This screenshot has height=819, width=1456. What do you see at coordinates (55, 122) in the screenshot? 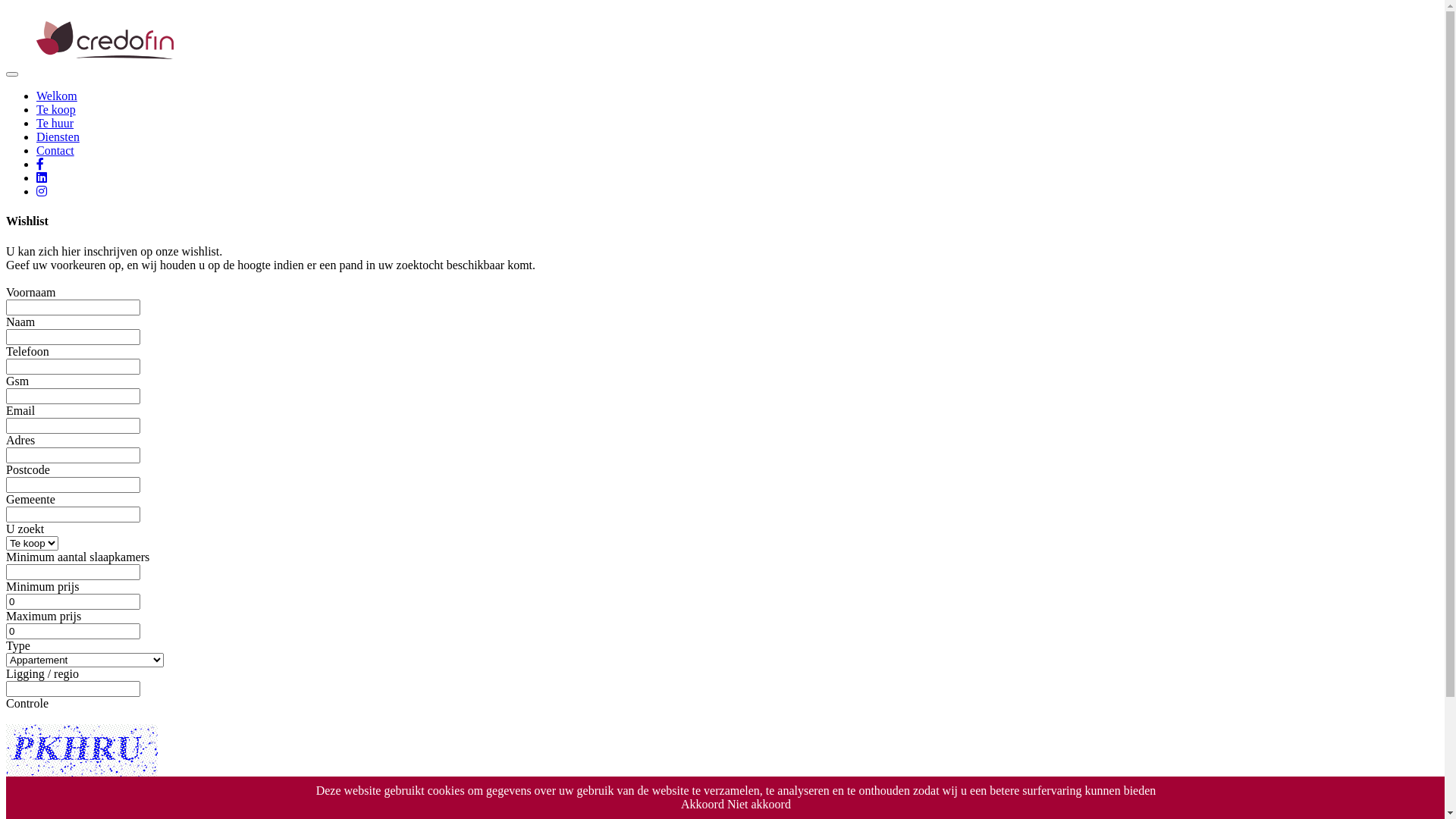
I see `'Te huur'` at bounding box center [55, 122].